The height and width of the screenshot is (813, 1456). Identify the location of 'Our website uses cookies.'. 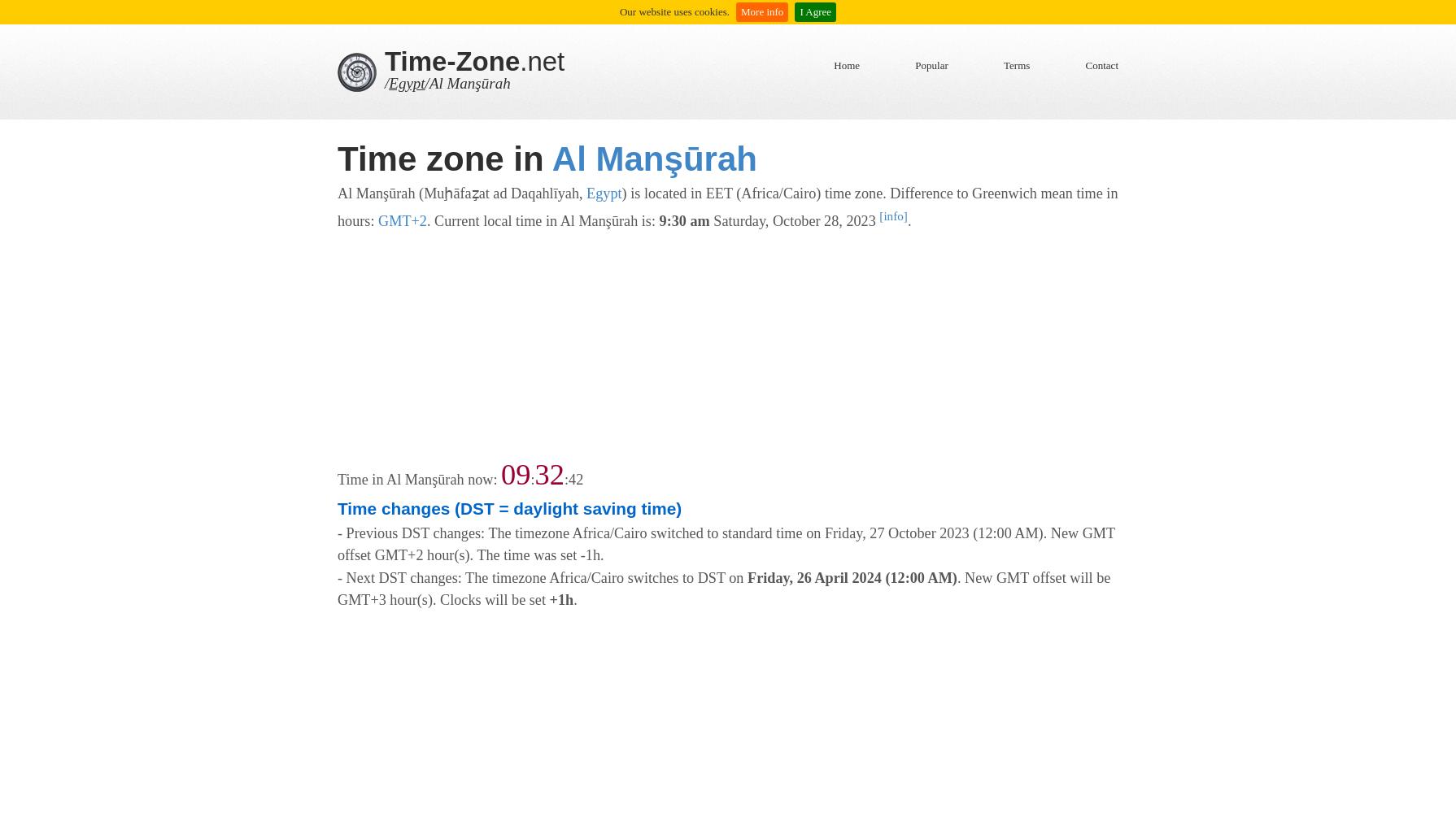
(673, 11).